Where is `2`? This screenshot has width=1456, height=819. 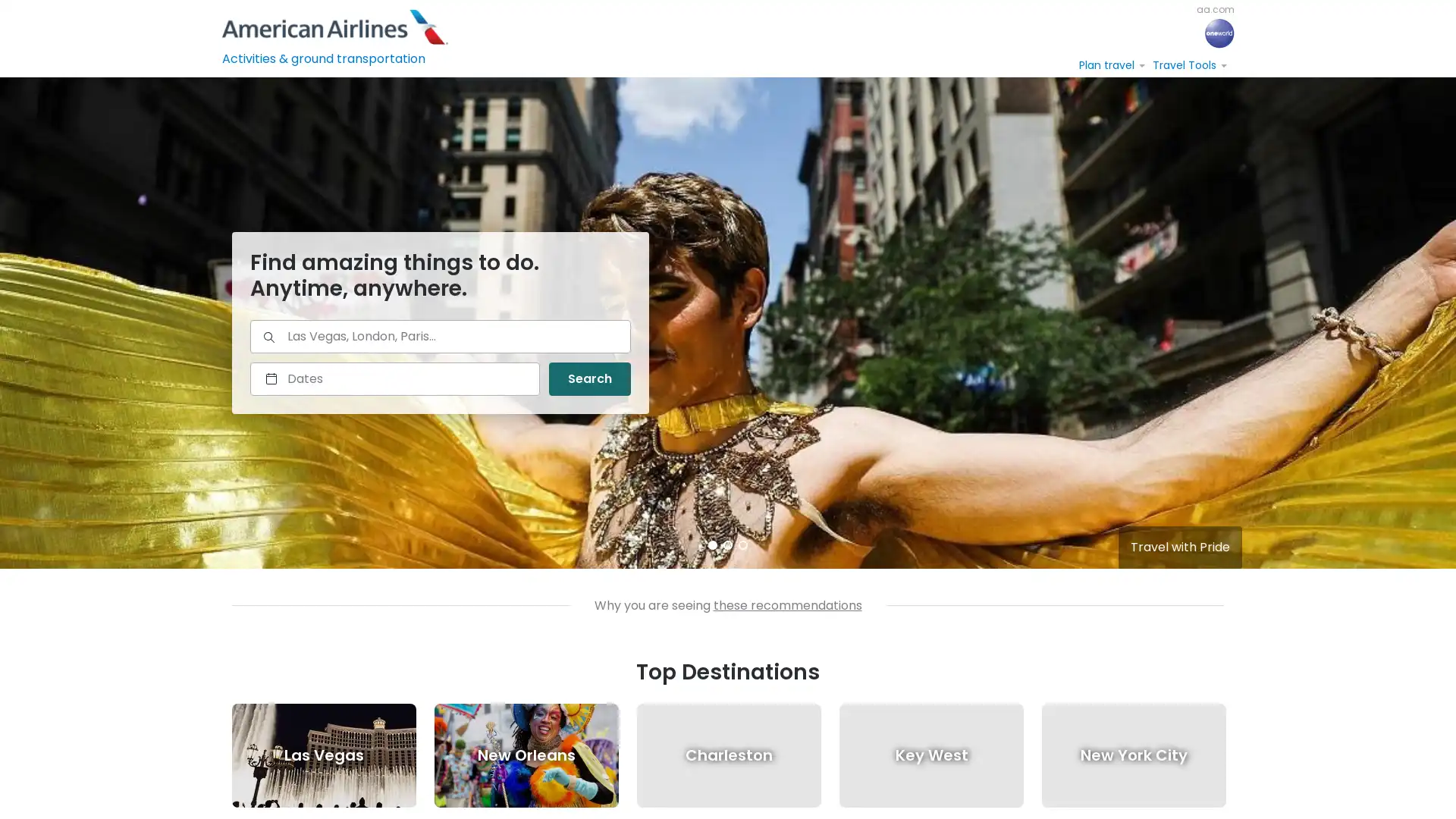
2 is located at coordinates (728, 327).